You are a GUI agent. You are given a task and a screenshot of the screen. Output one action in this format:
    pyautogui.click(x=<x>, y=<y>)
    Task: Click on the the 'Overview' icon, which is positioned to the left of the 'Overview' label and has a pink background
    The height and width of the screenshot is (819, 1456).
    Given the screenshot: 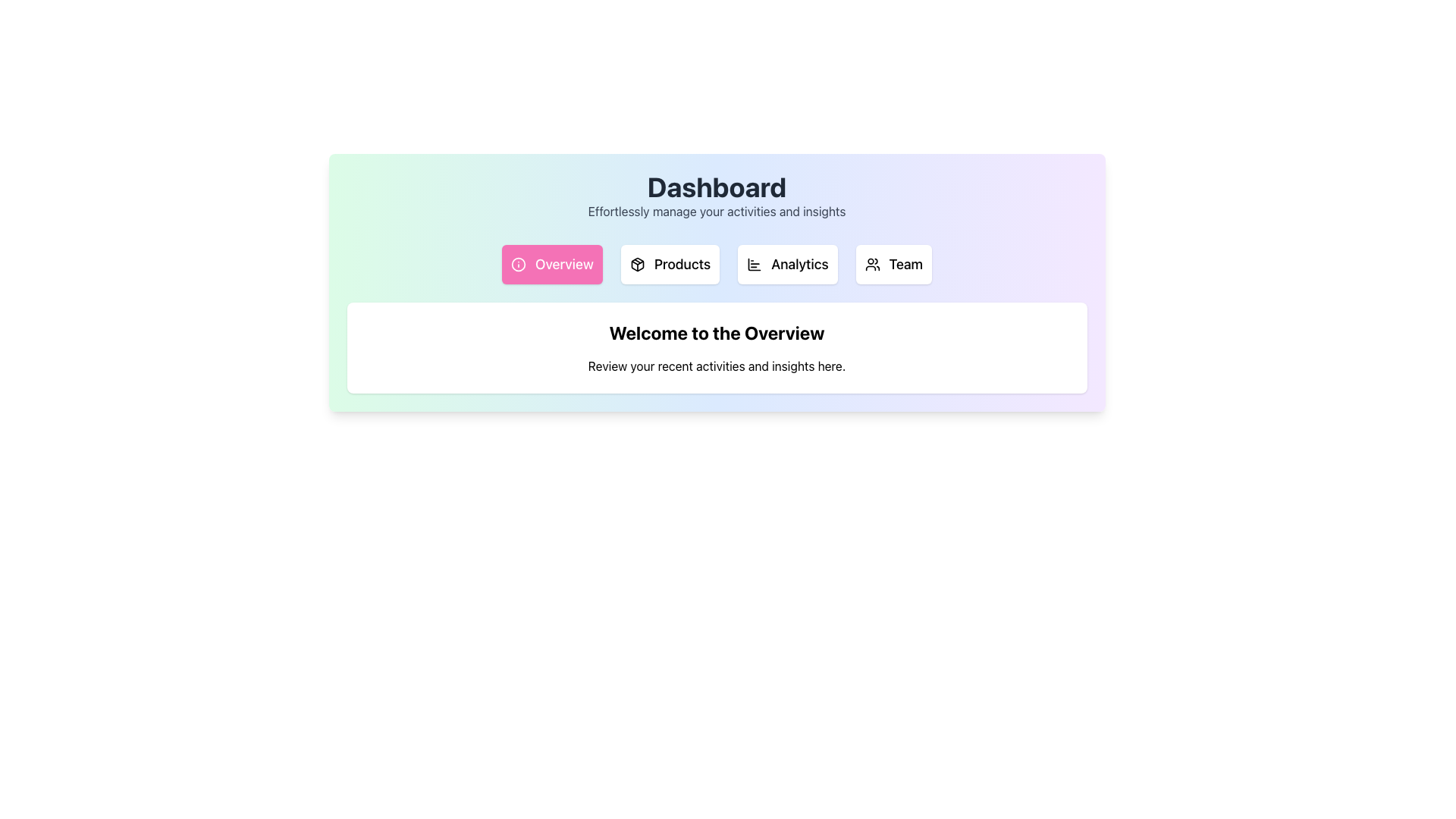 What is the action you would take?
    pyautogui.click(x=518, y=263)
    